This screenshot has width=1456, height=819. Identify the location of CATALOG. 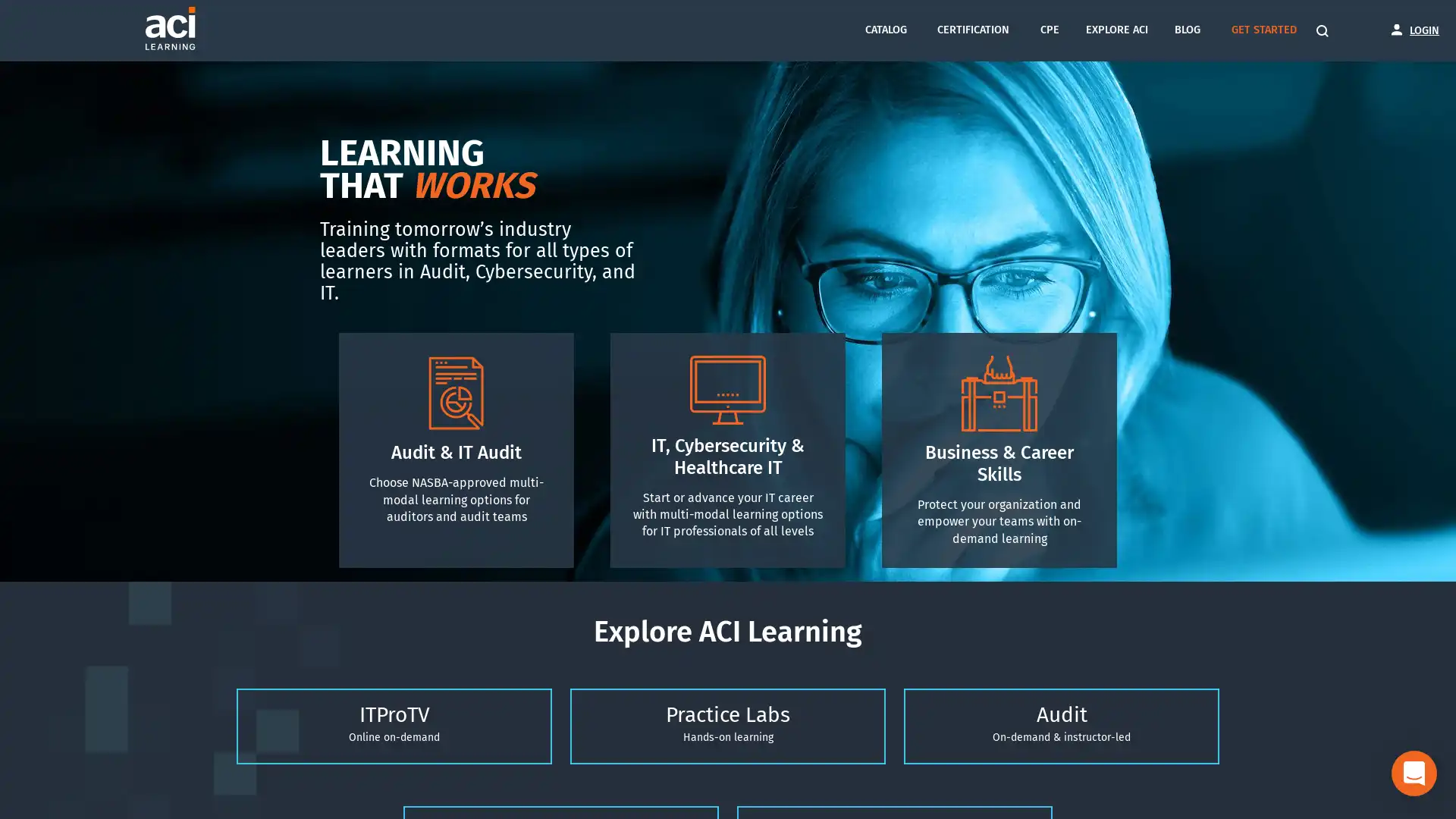
(885, 30).